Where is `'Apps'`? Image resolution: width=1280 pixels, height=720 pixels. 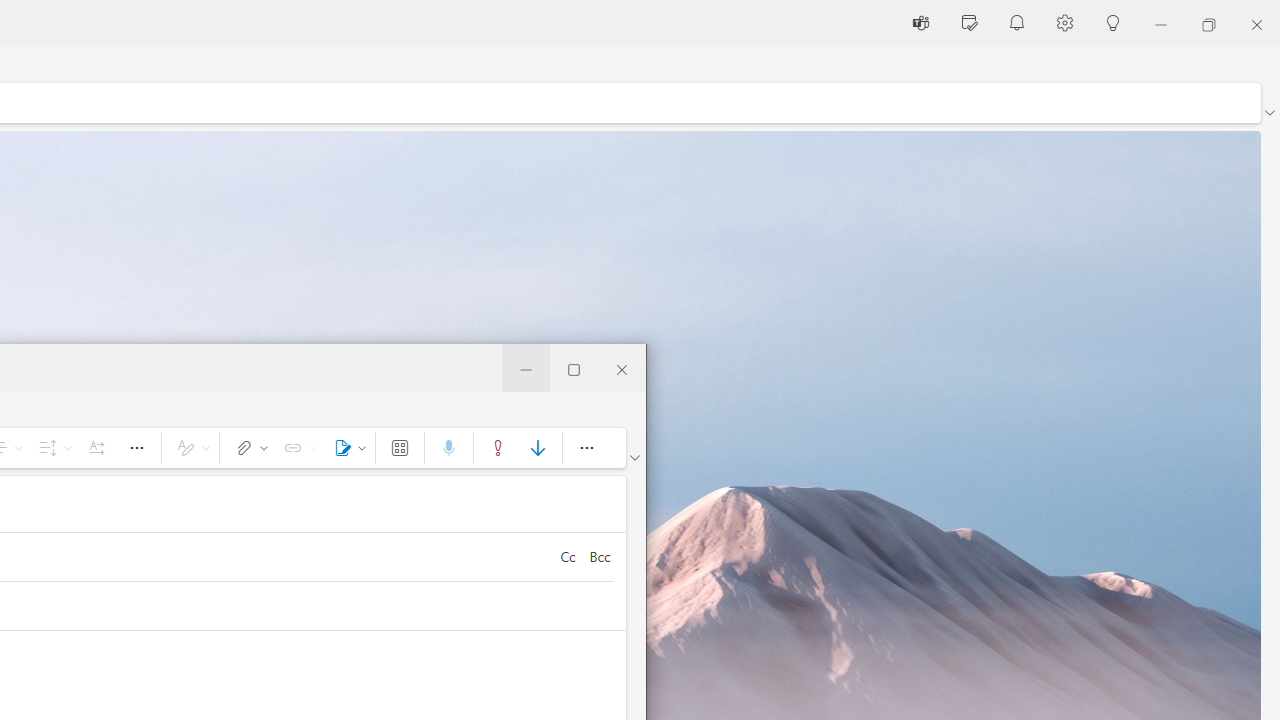
'Apps' is located at coordinates (400, 446).